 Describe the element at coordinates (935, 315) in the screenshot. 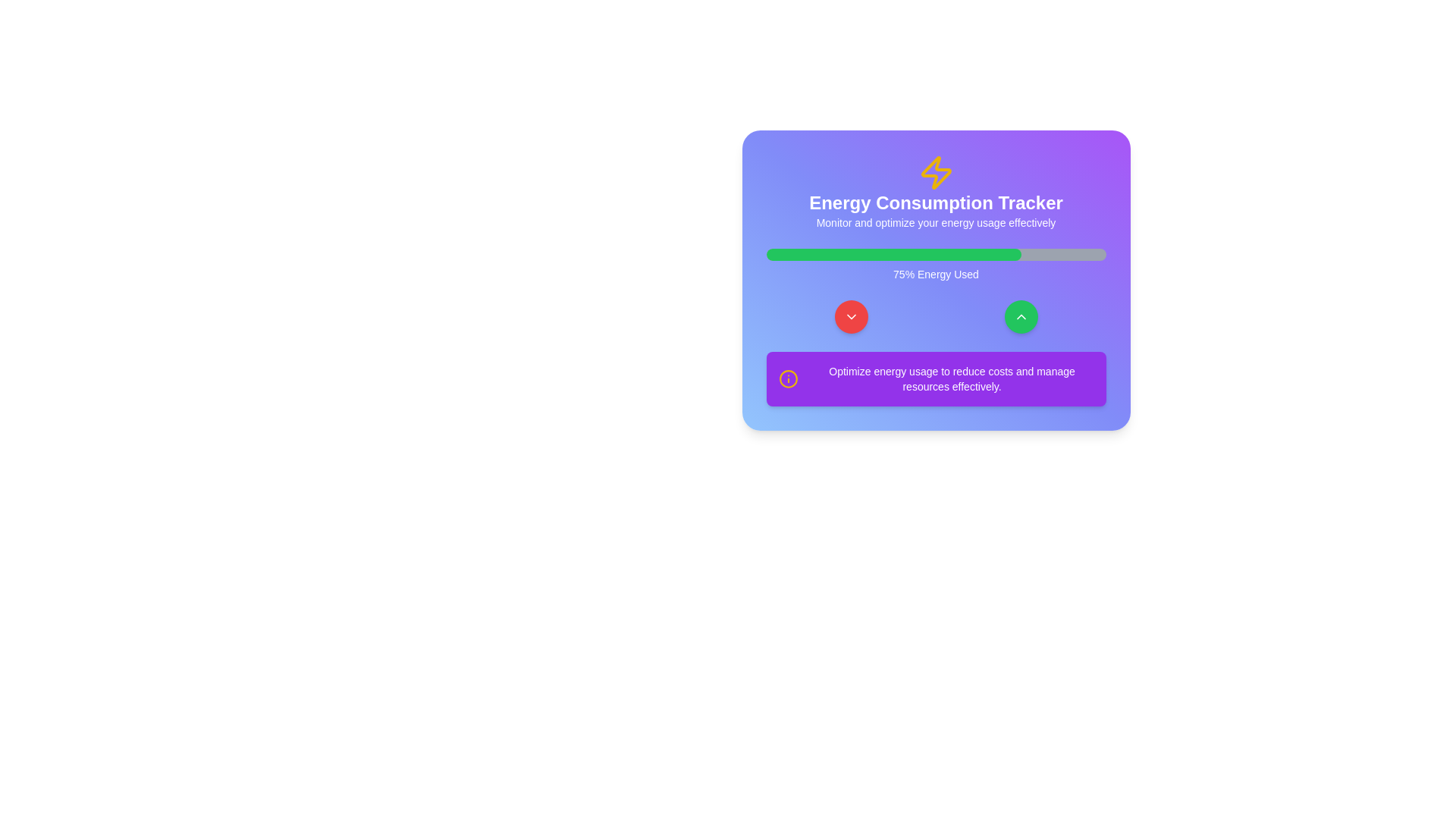

I see `the red button with a downward chevron icon in the A button group located in the lower half of the card component` at that location.